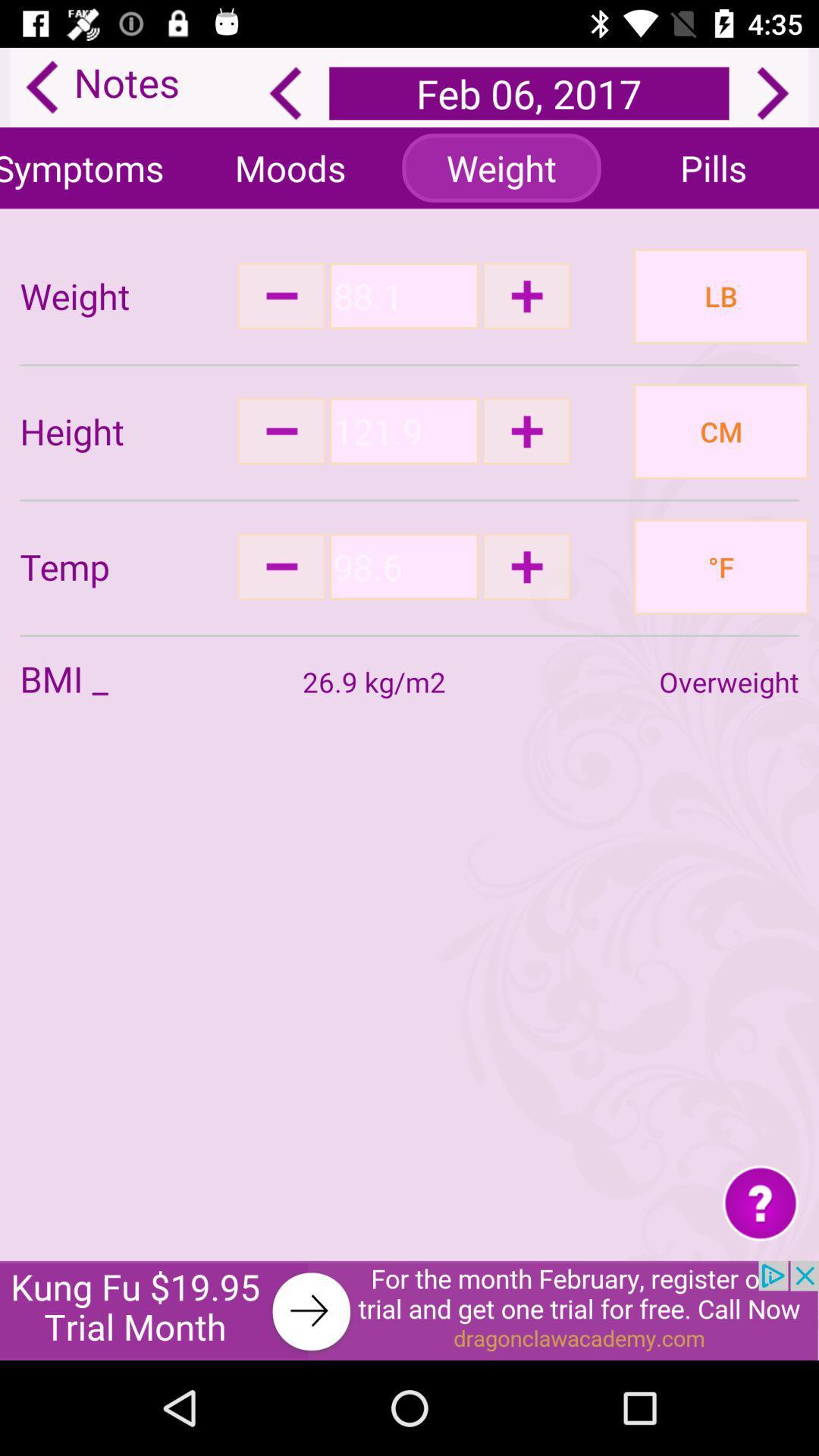  I want to click on this space is to add numbers in it, so click(403, 296).